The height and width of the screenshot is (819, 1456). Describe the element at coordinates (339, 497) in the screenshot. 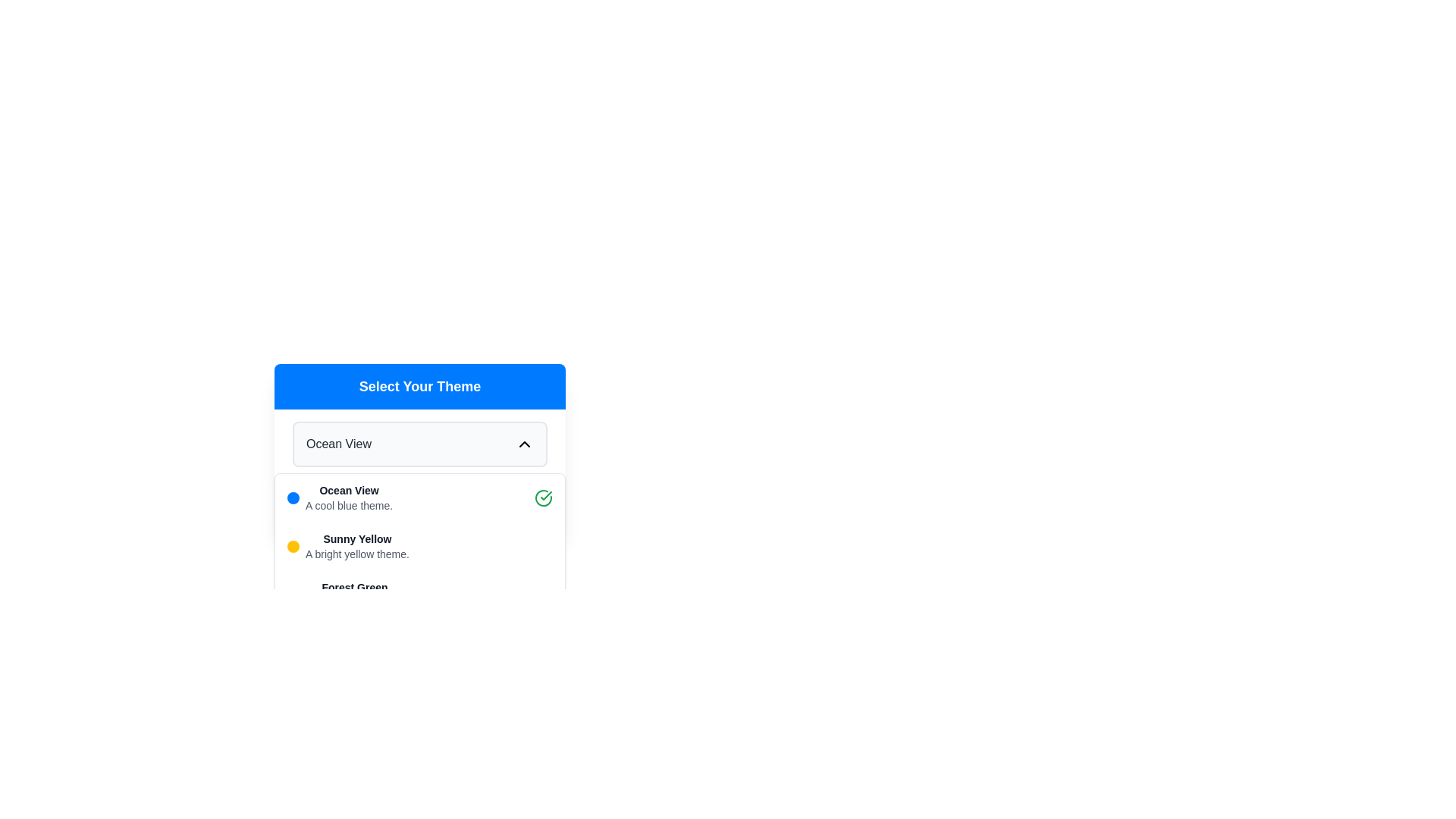

I see `the first list item in the 'Select Your Theme' section, which displays 'Ocean View' in bold black text and has a blue circular marker on the left` at that location.